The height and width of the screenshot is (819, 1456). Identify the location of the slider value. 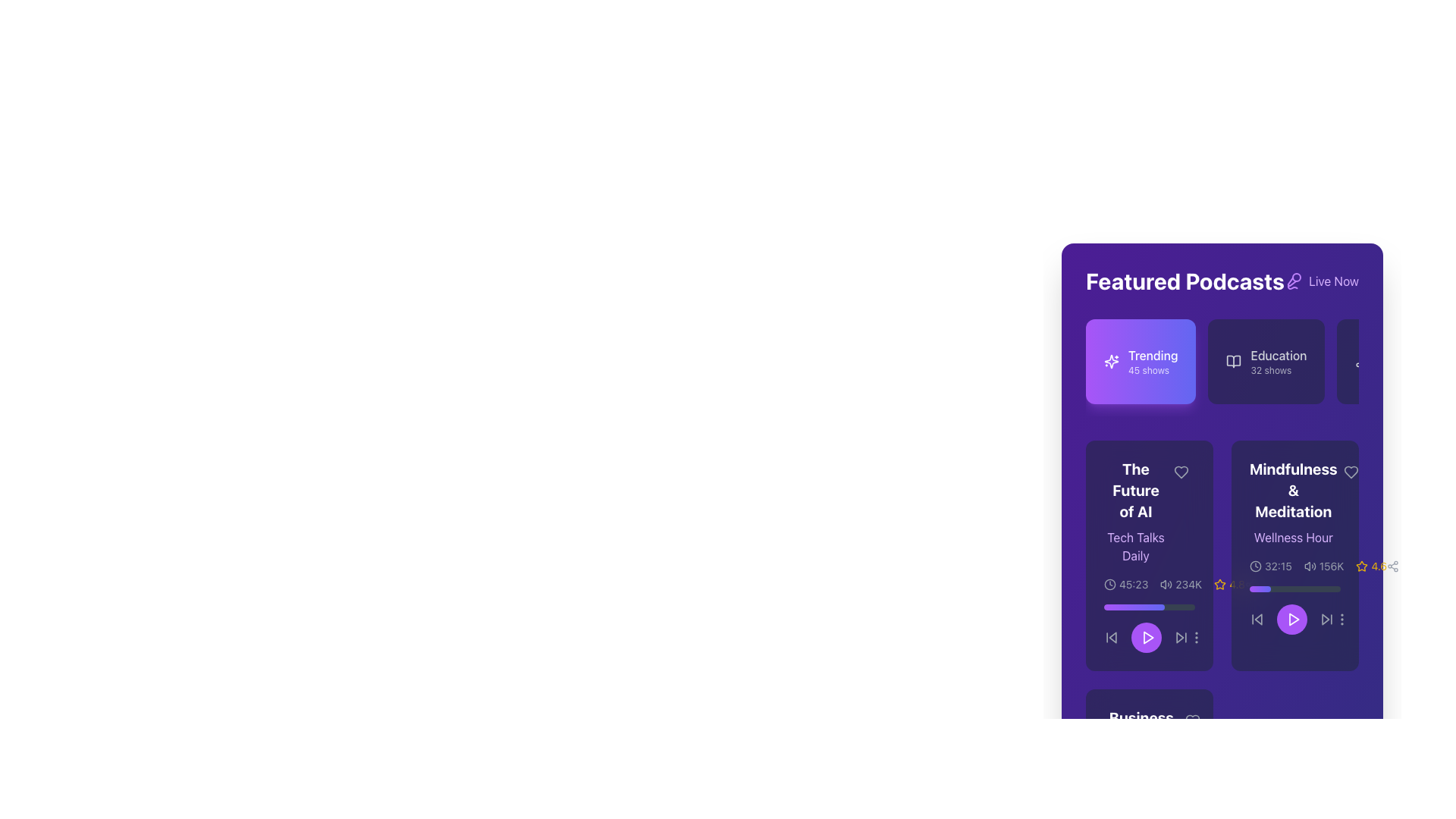
(1121, 607).